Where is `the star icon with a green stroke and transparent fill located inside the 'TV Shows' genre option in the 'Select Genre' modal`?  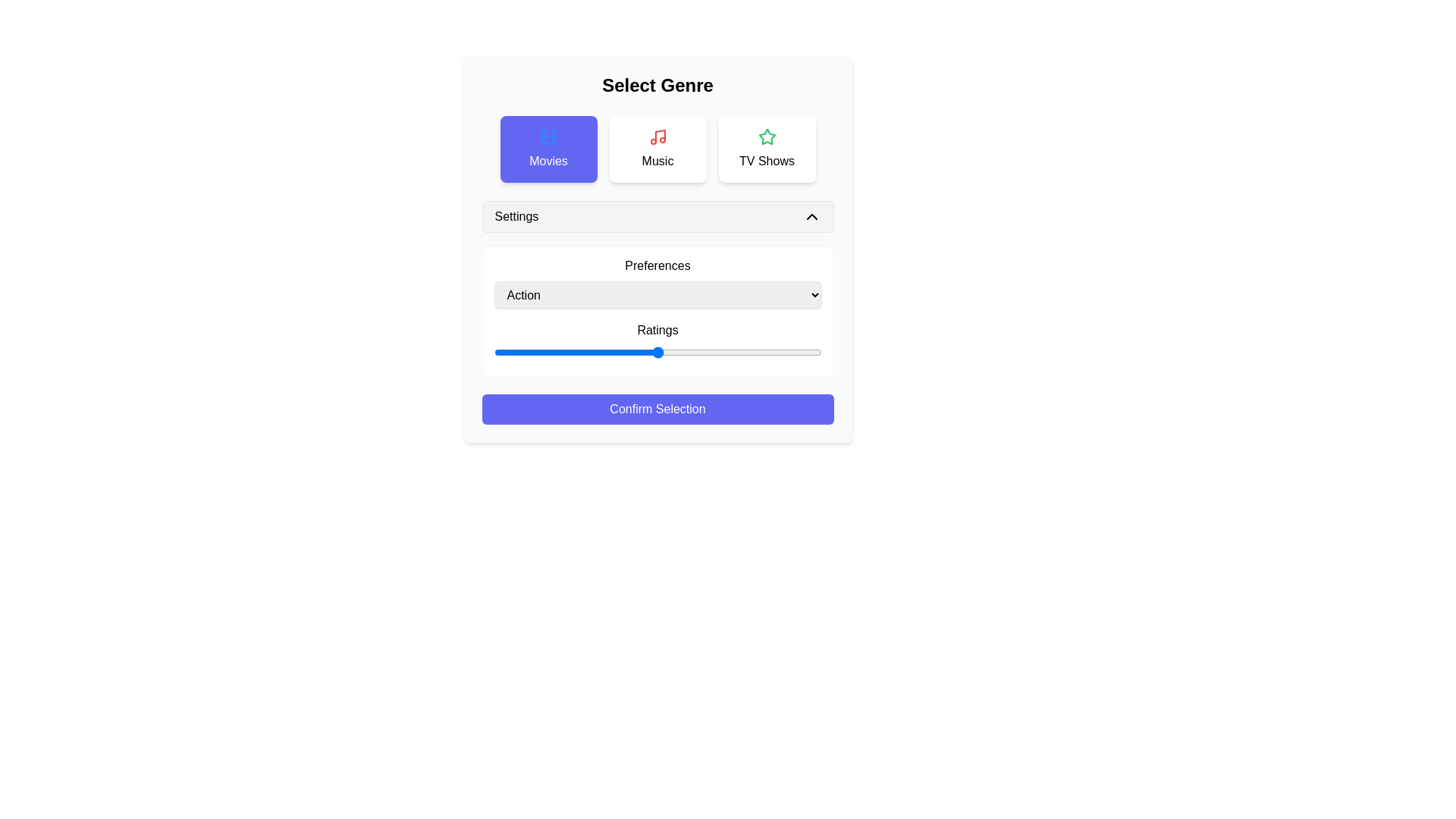
the star icon with a green stroke and transparent fill located inside the 'TV Shows' genre option in the 'Select Genre' modal is located at coordinates (767, 136).